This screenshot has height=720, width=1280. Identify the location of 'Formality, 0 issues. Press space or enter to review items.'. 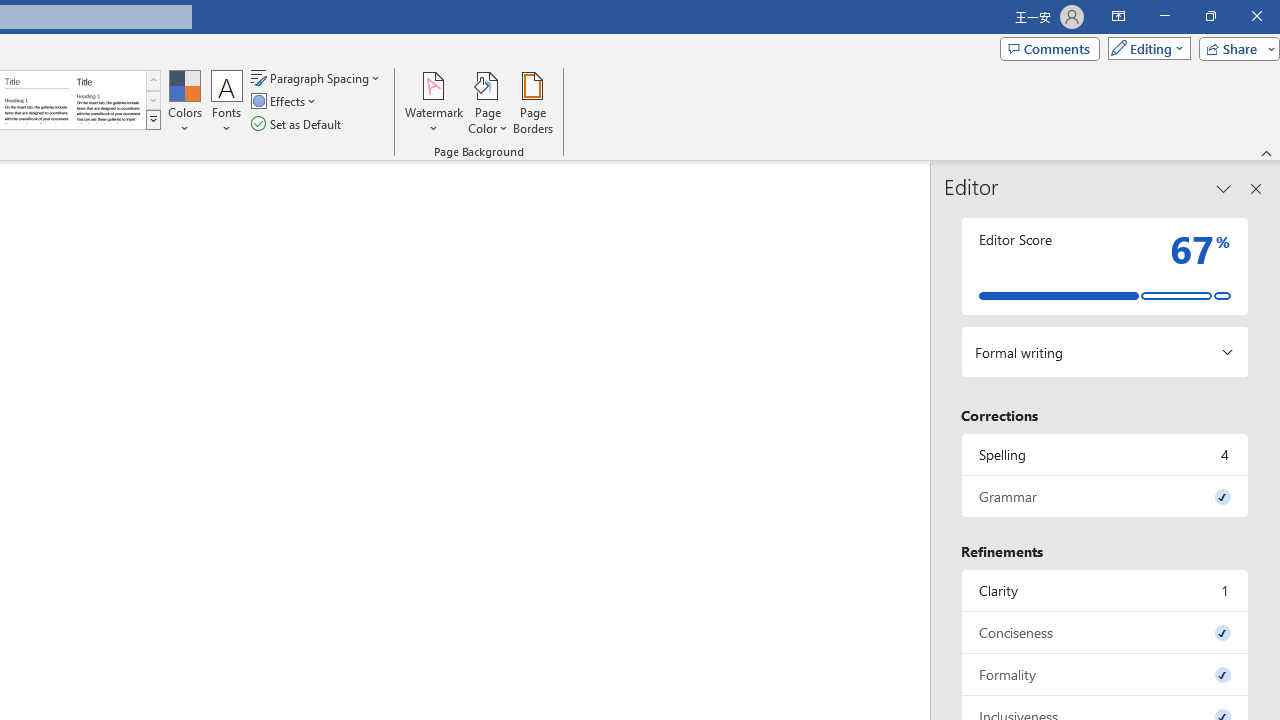
(1104, 674).